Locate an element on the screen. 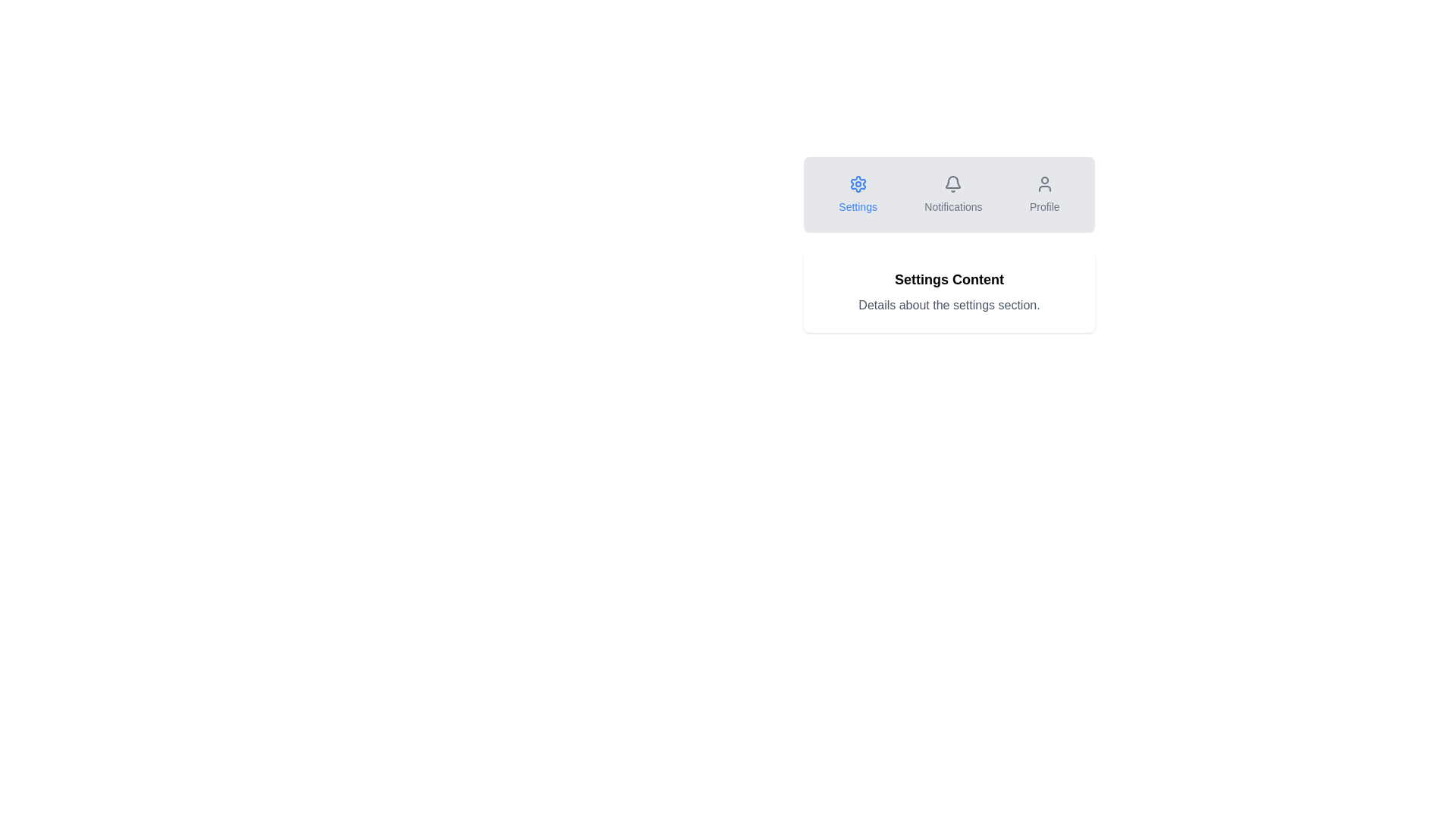 The image size is (1456, 819). the 'Profile' icon in the navigation bar is located at coordinates (1043, 184).